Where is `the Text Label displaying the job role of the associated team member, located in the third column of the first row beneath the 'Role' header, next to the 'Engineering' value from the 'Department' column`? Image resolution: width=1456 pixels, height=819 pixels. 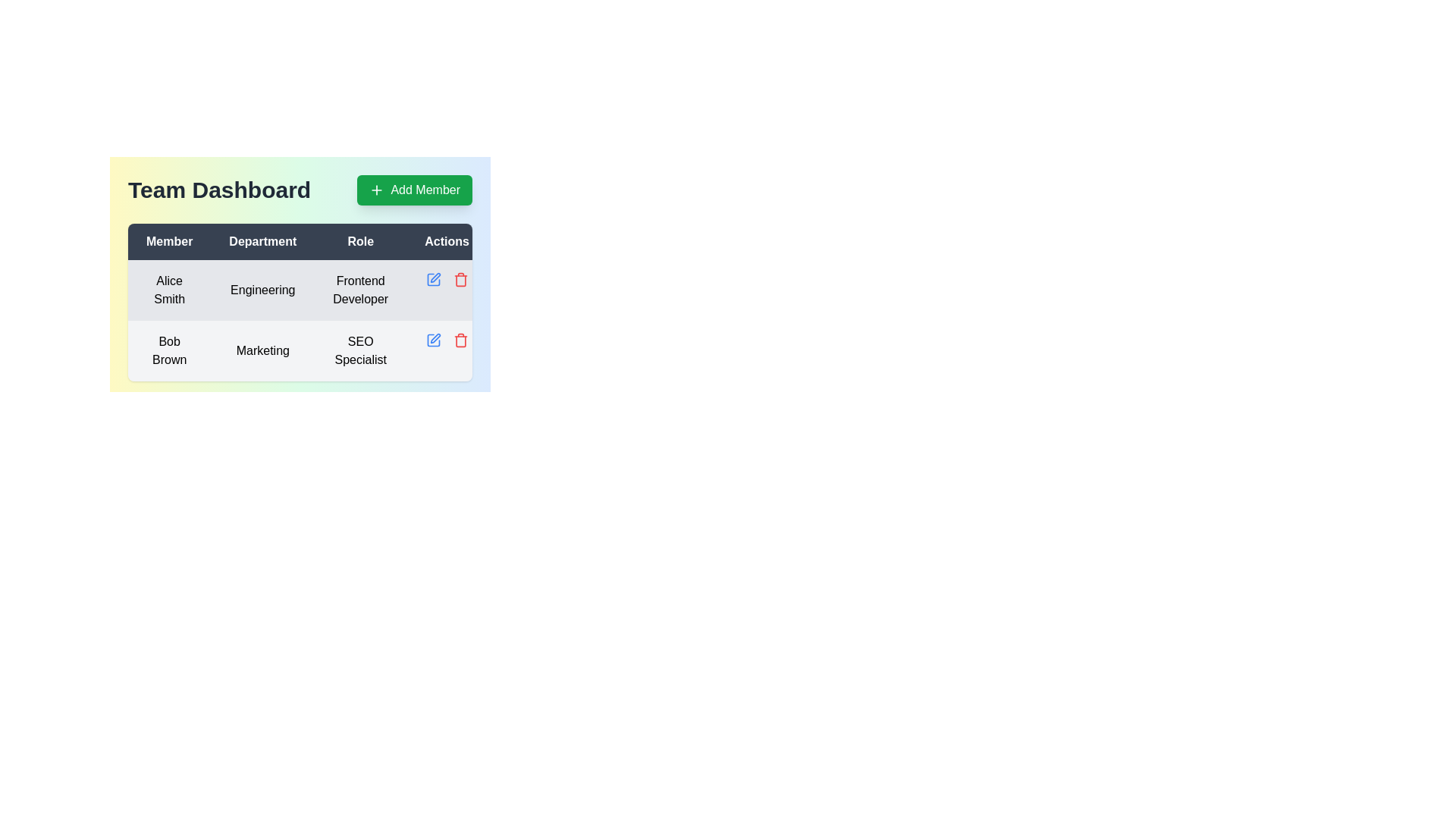
the Text Label displaying the job role of the associated team member, located in the third column of the first row beneath the 'Role' header, next to the 'Engineering' value from the 'Department' column is located at coordinates (359, 290).